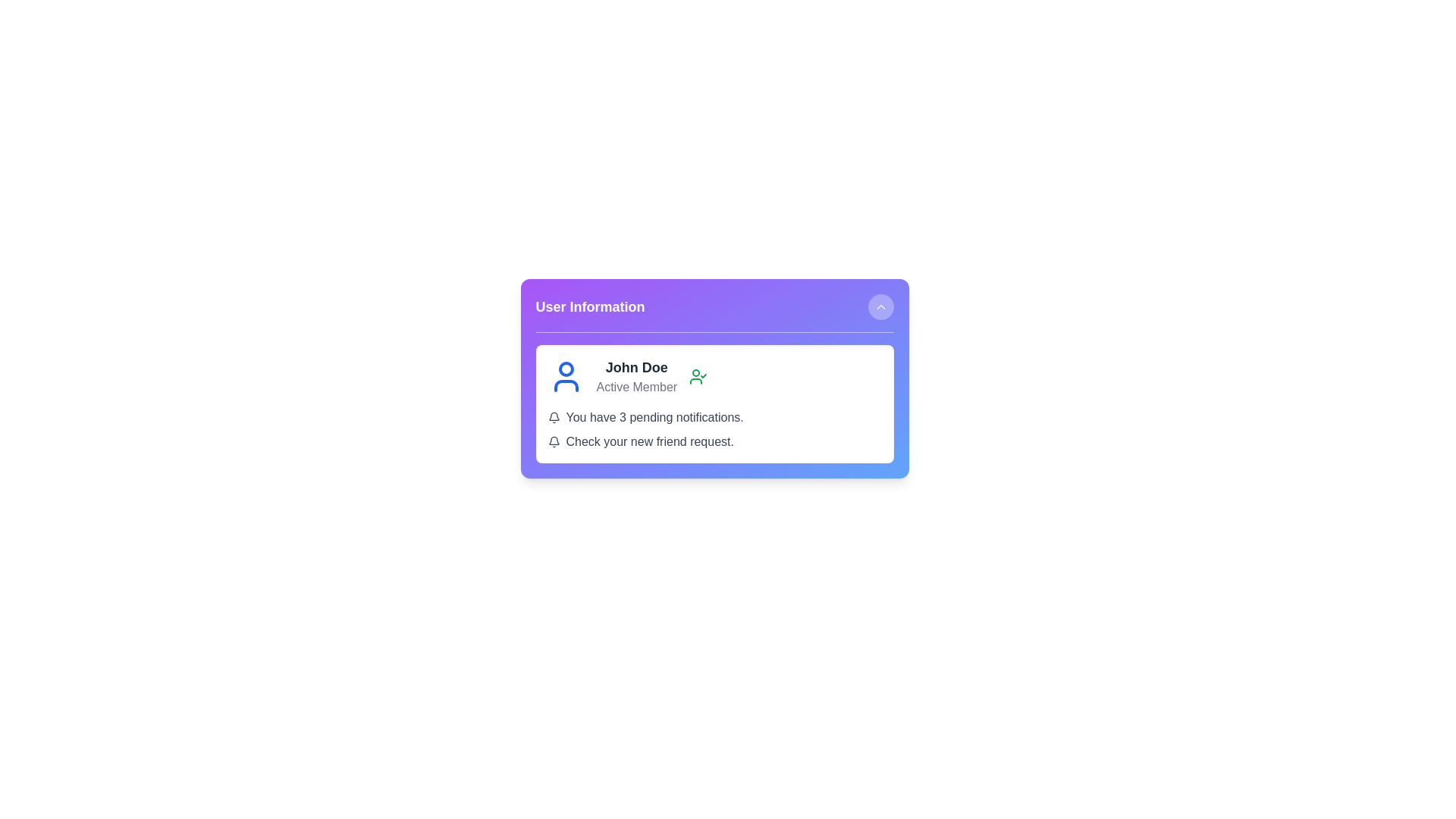  Describe the element at coordinates (565, 369) in the screenshot. I see `the circular decoration that represents the user's profile within the SVG graphic, located at the center-top of the user icon` at that location.